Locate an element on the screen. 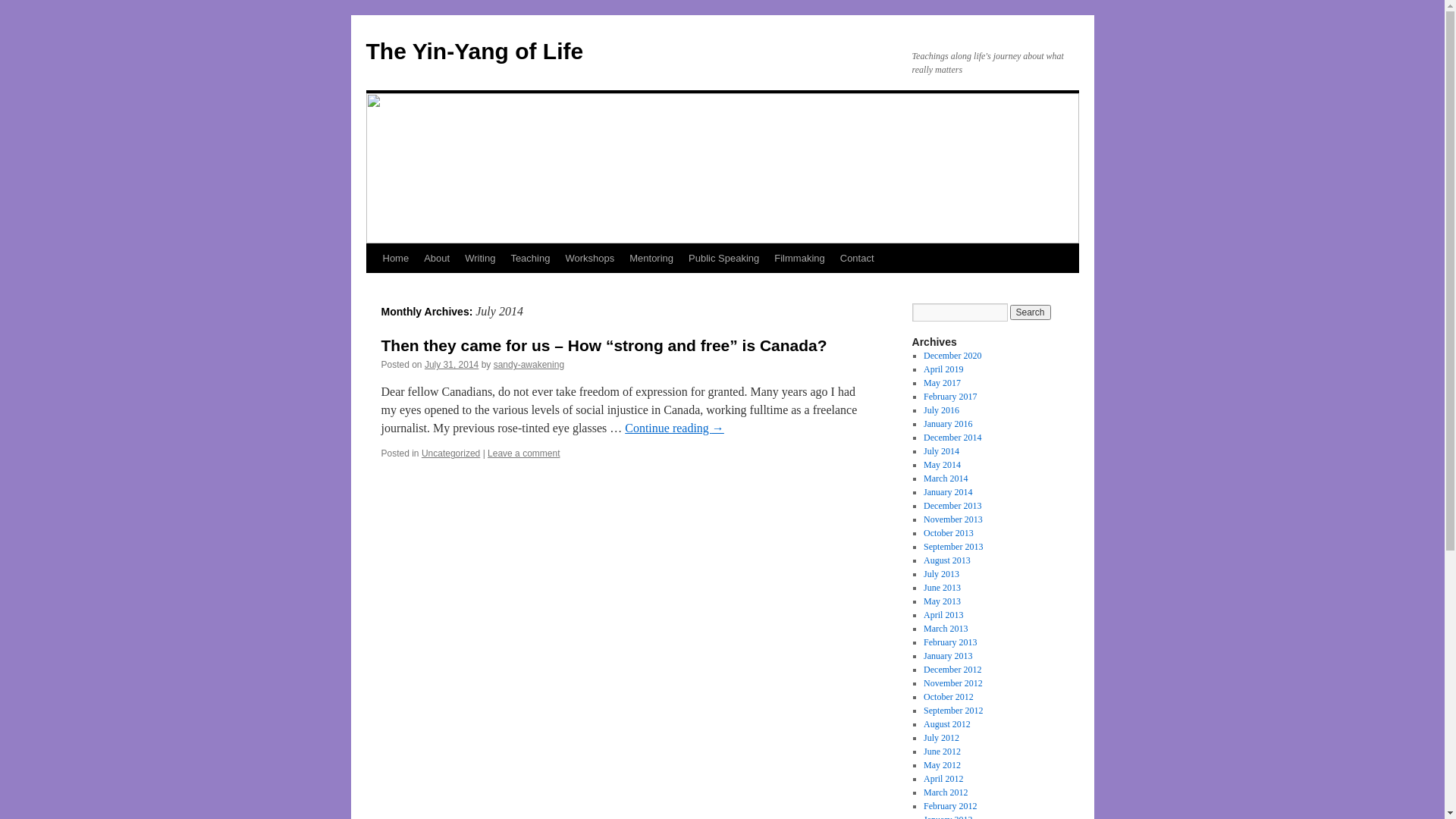 The height and width of the screenshot is (819, 1456). 'About' is located at coordinates (436, 257).